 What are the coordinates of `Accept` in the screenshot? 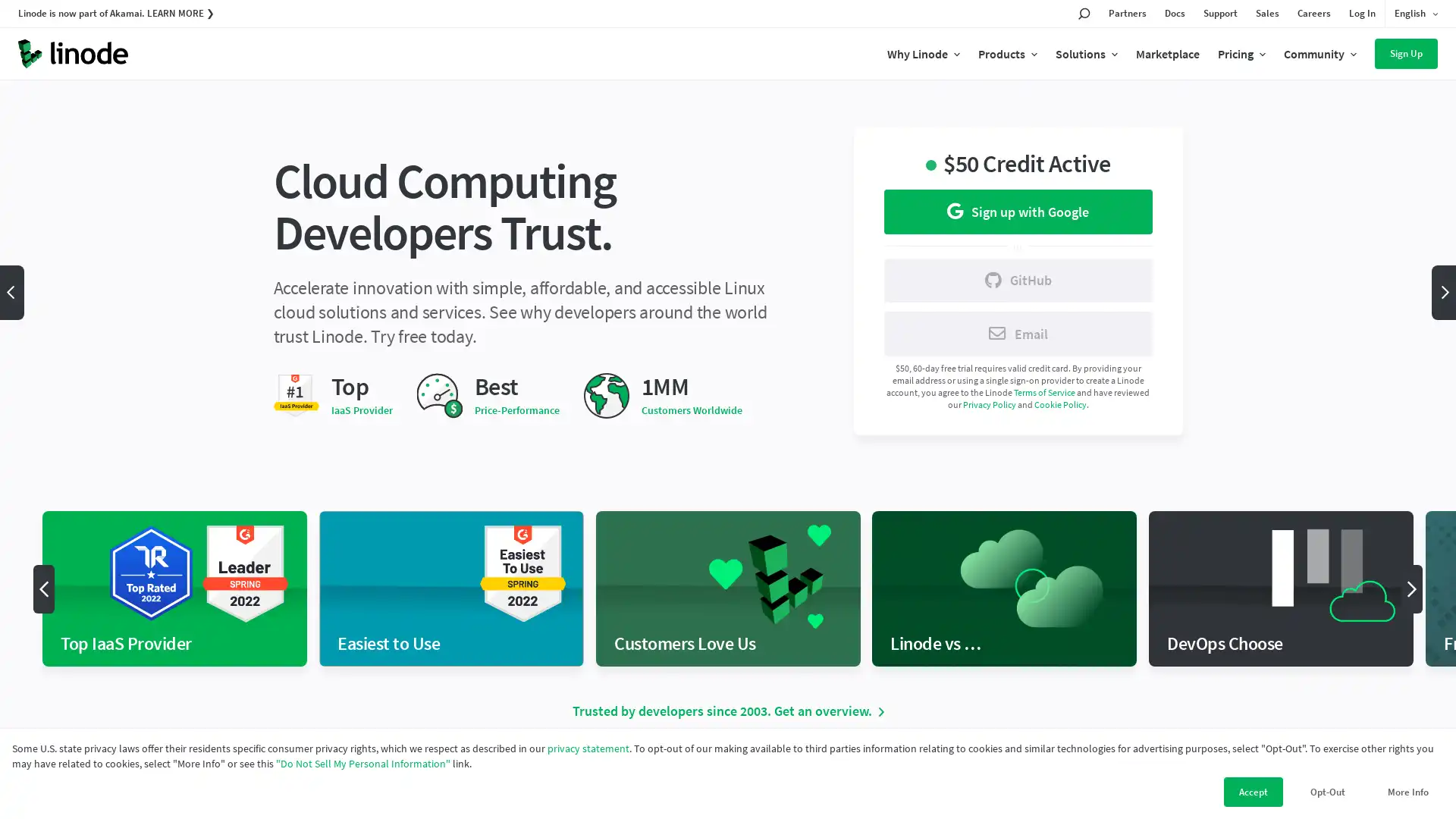 It's located at (1253, 791).